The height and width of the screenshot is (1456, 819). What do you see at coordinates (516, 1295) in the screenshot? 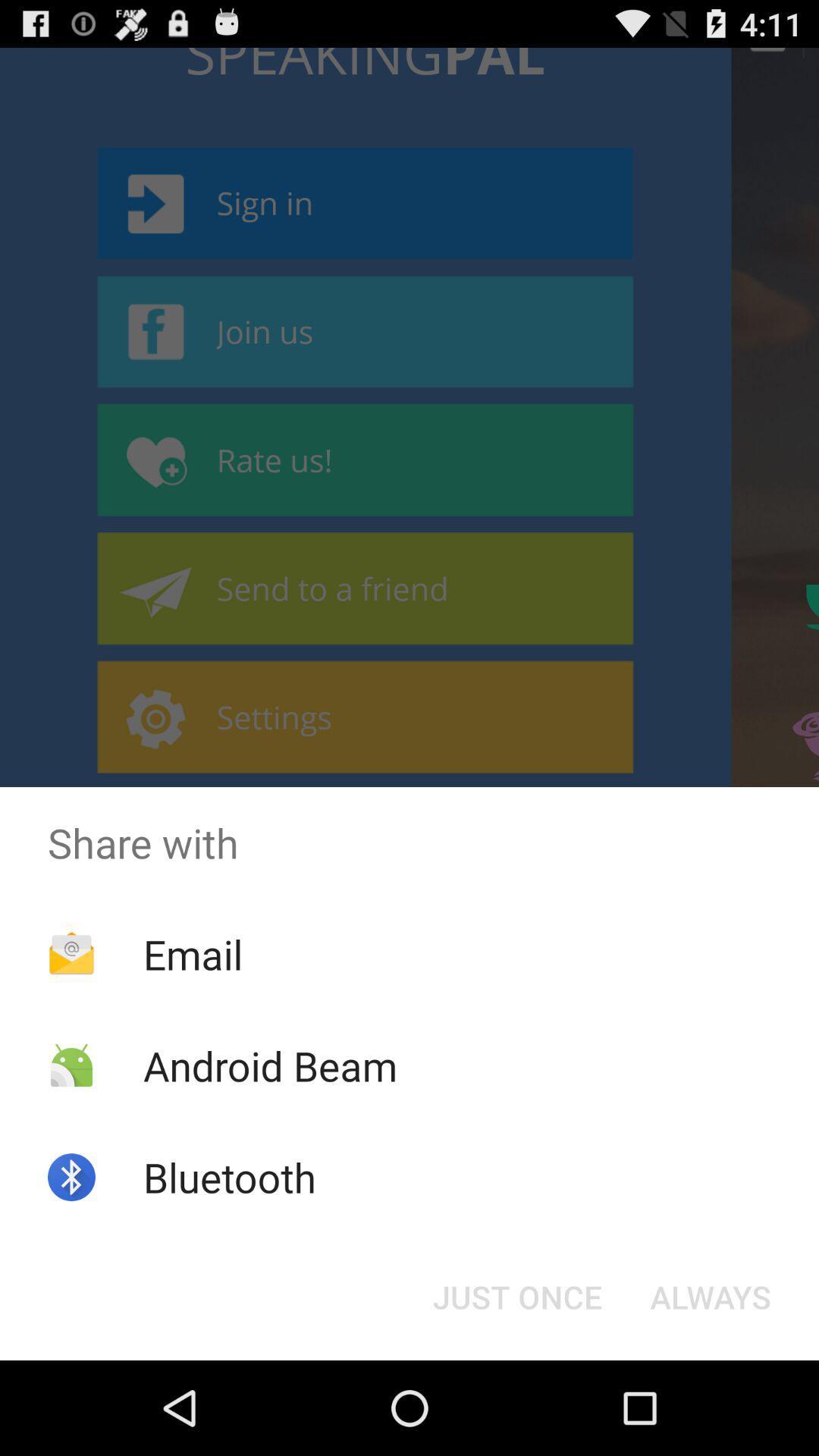
I see `the item below the share with icon` at bounding box center [516, 1295].